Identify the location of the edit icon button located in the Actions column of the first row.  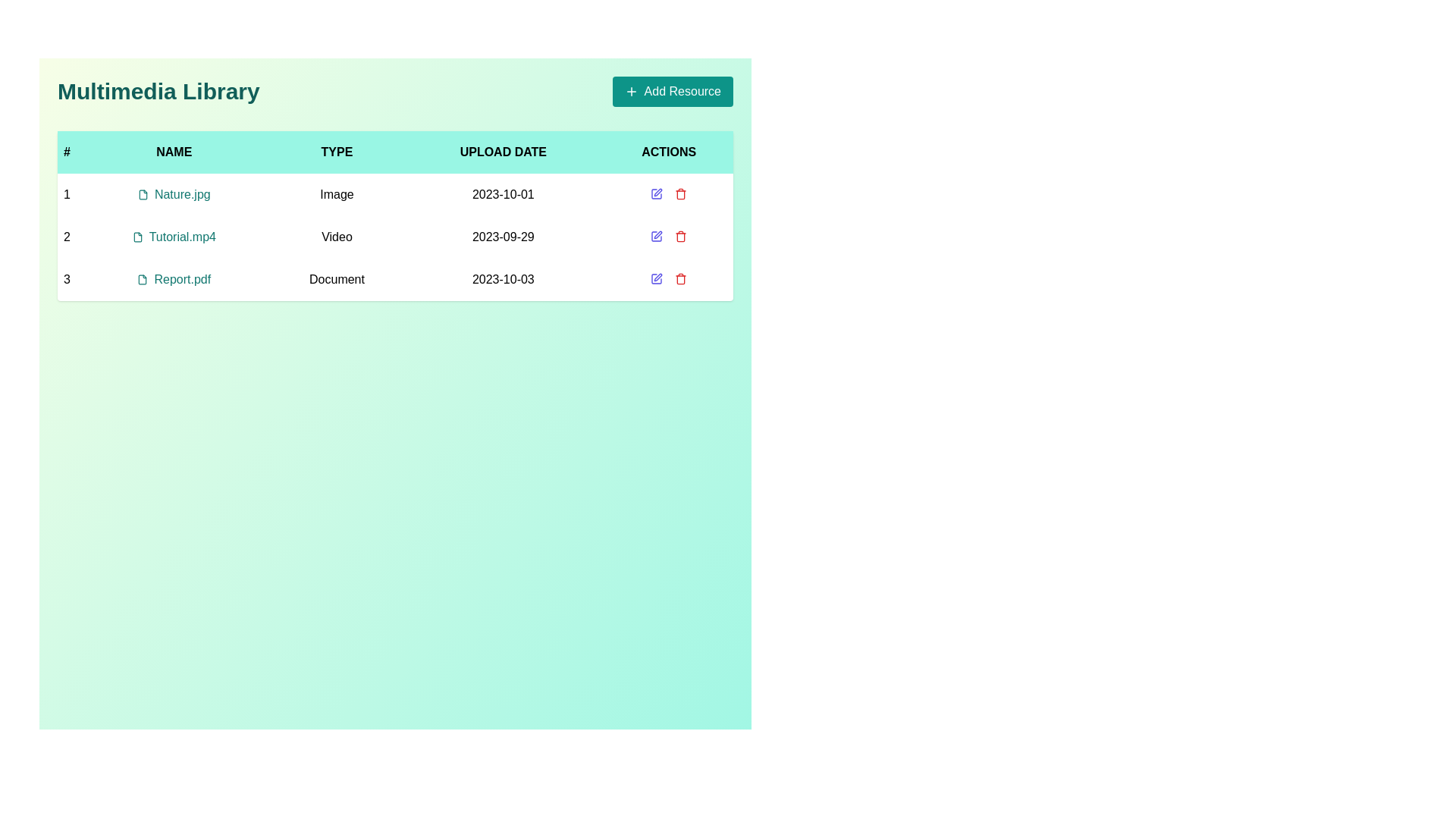
(656, 193).